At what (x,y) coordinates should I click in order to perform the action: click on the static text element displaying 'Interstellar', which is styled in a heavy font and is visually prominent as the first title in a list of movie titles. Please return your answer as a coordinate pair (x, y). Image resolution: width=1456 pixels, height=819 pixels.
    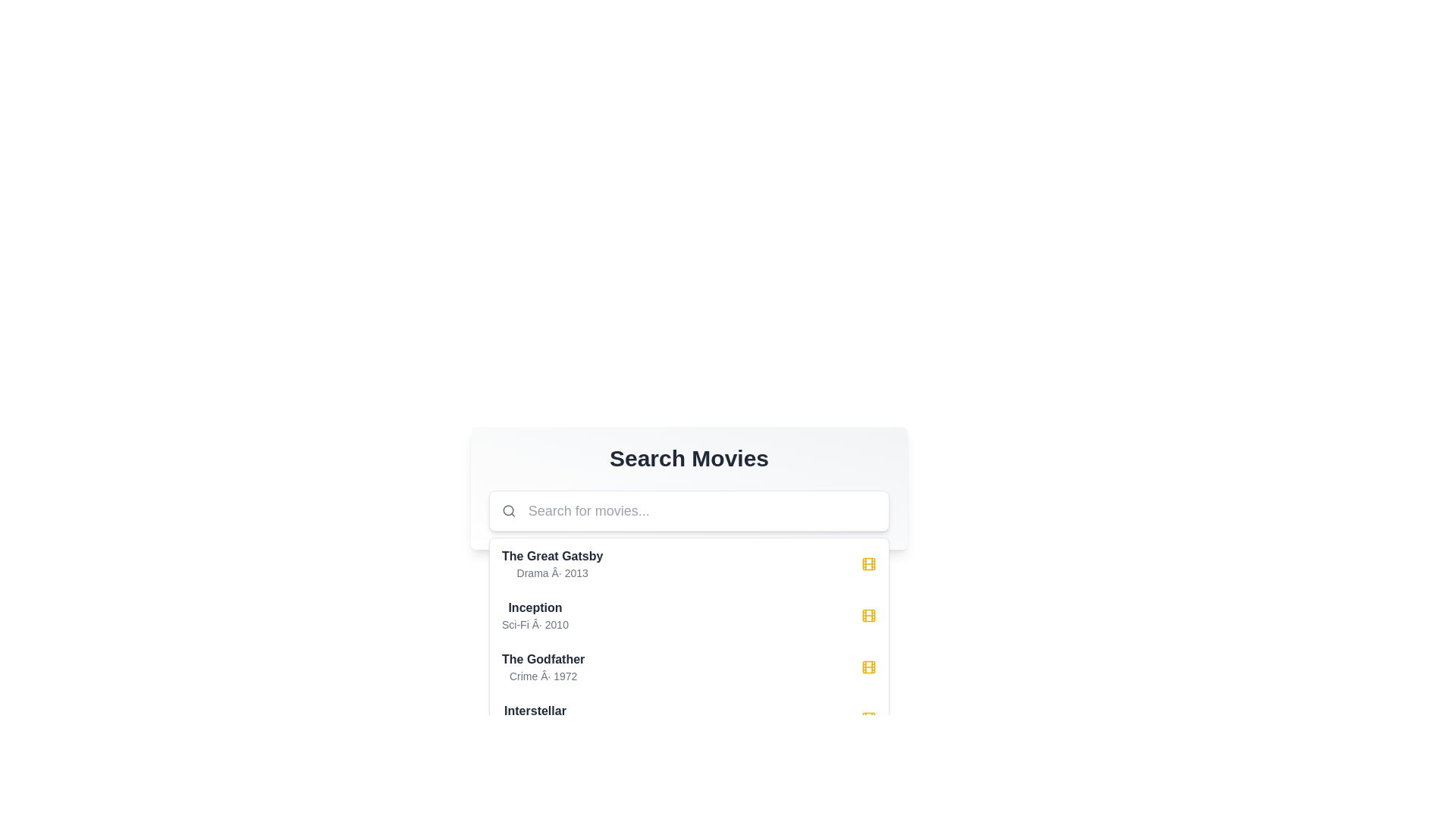
    Looking at the image, I should click on (535, 711).